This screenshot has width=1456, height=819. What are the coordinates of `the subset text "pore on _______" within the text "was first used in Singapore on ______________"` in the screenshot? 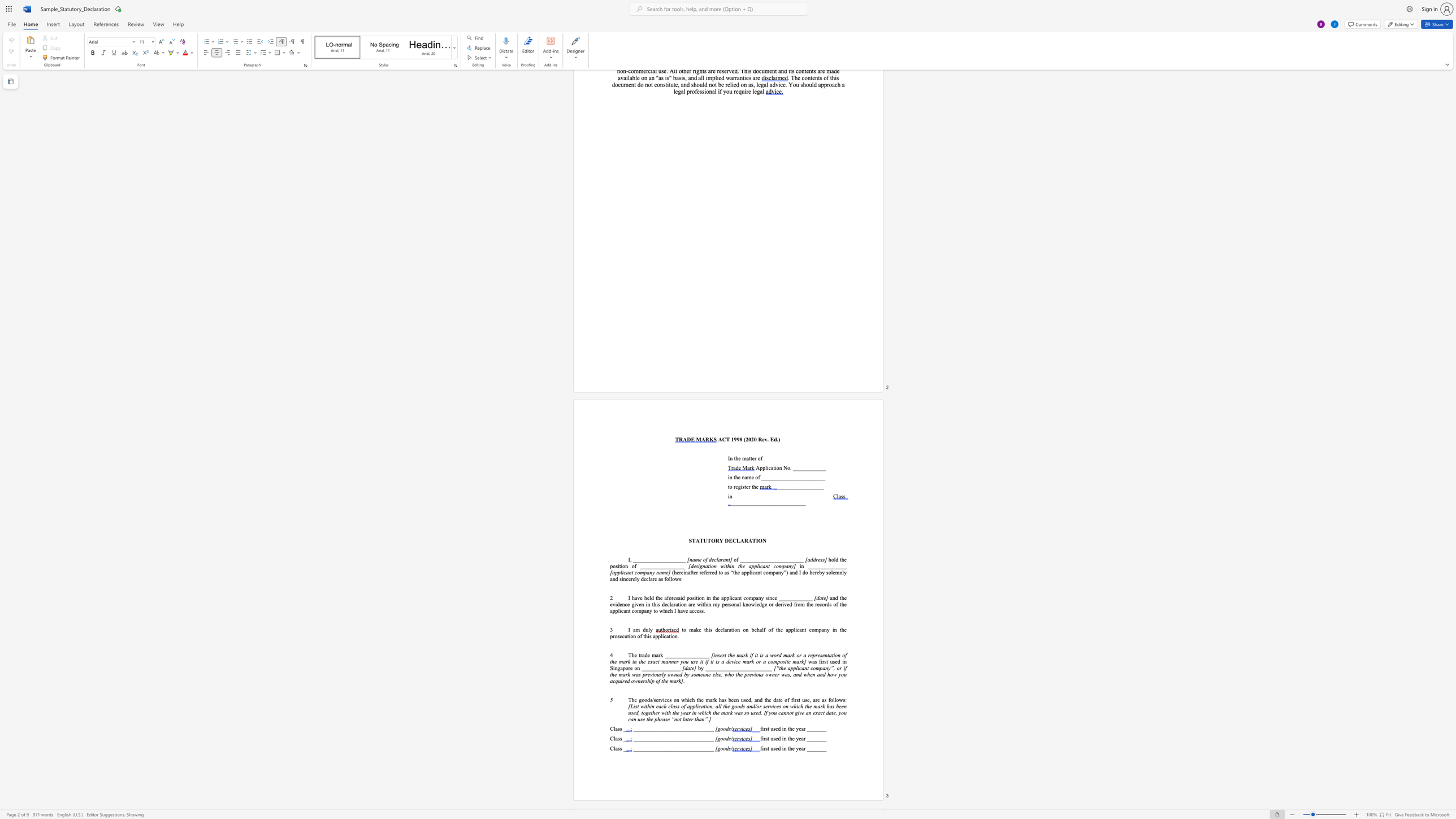 It's located at (623, 668).